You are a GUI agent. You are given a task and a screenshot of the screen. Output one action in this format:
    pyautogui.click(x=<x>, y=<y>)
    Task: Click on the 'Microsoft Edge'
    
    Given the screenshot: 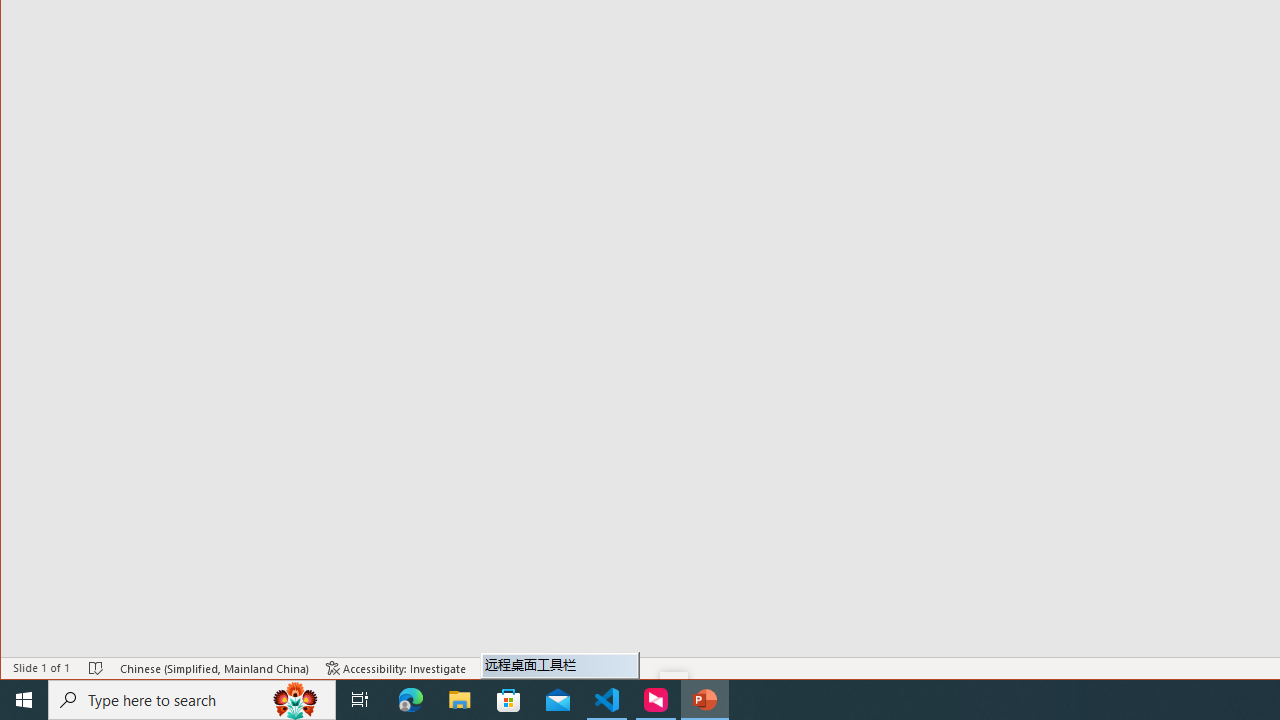 What is the action you would take?
    pyautogui.click(x=410, y=698)
    